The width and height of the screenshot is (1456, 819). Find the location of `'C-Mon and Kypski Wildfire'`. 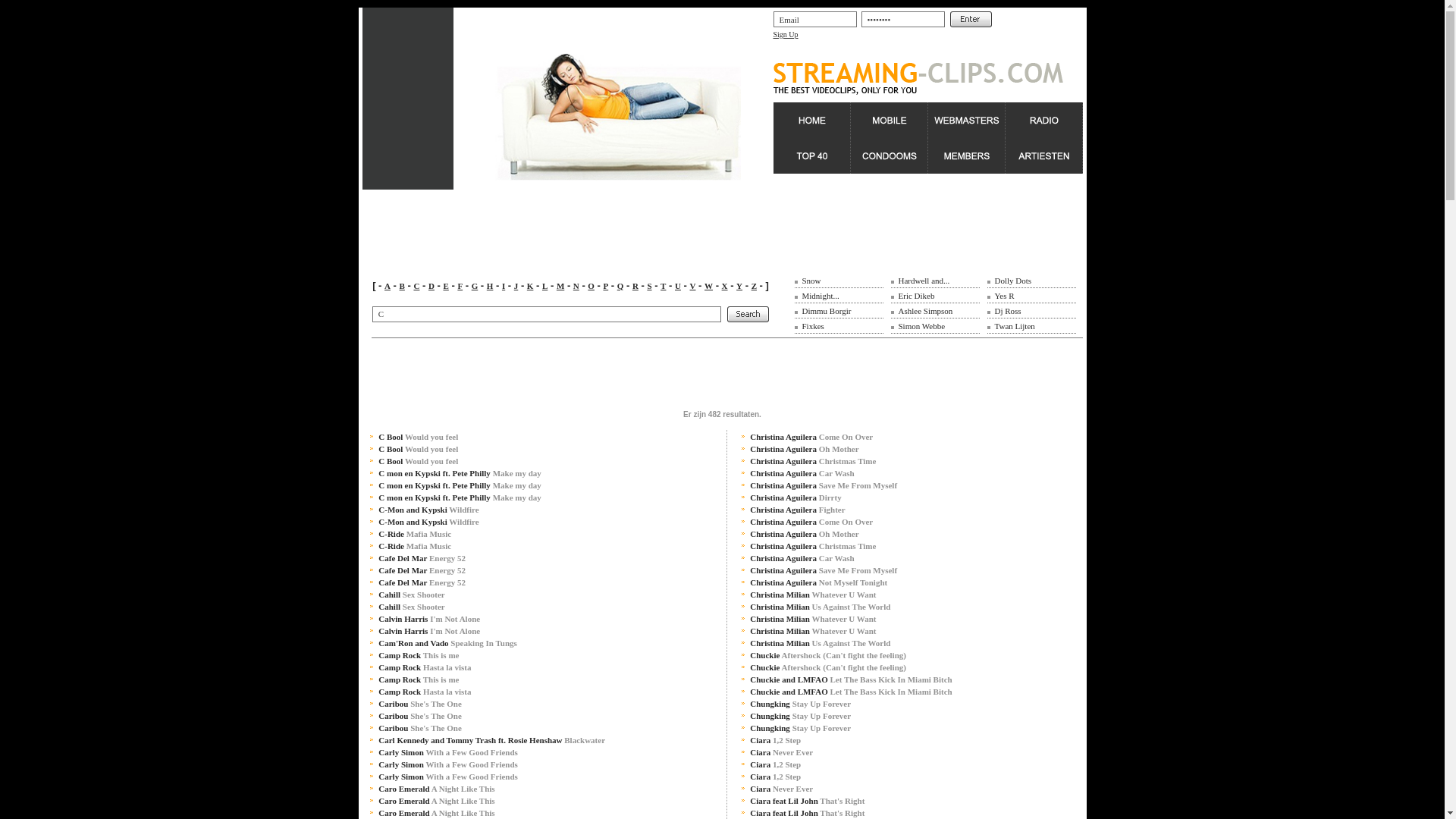

'C-Mon and Kypski Wildfire' is located at coordinates (378, 509).